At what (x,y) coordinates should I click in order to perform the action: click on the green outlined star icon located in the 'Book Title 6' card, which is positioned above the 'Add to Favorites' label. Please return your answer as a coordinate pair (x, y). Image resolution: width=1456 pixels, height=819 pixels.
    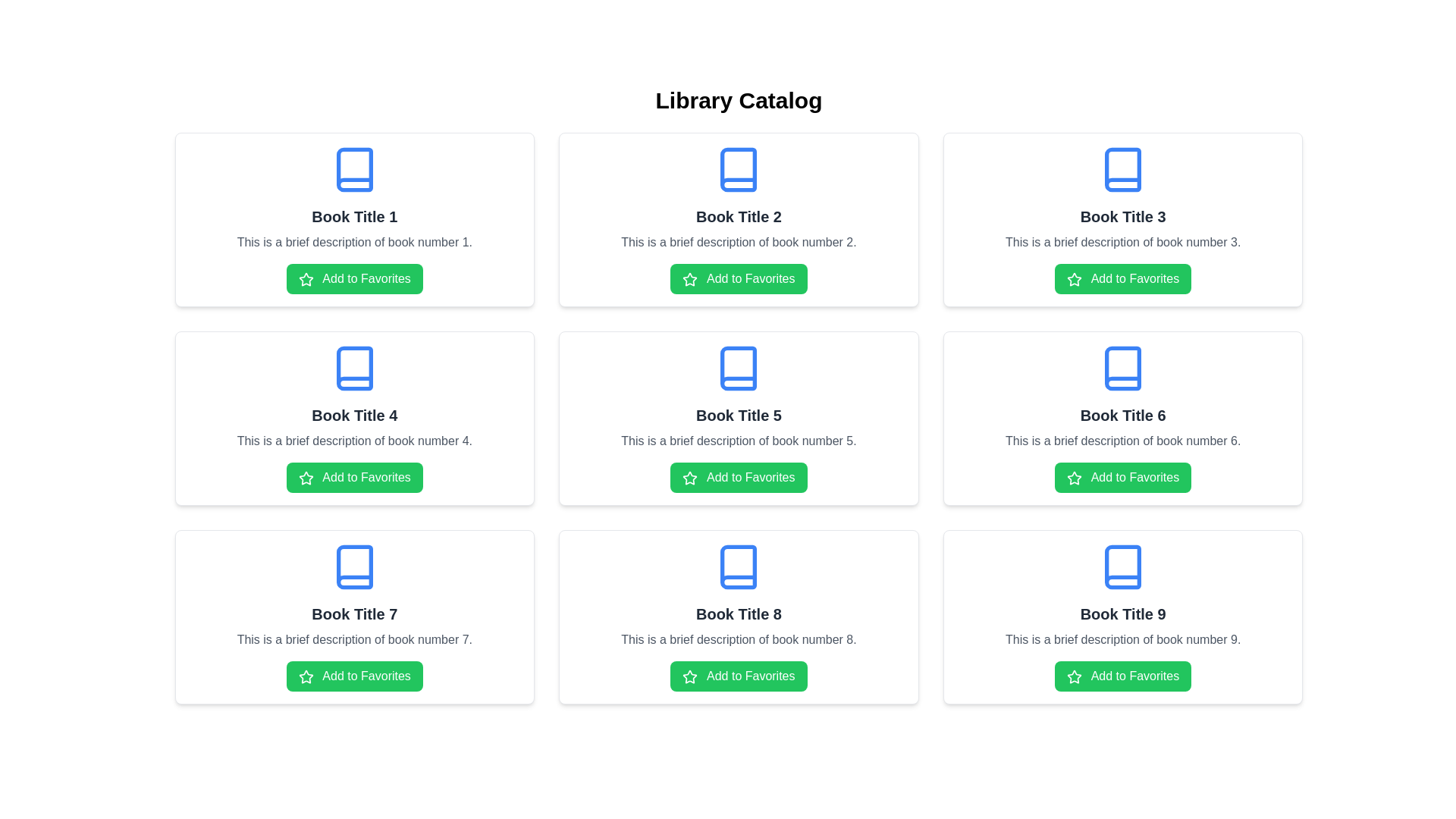
    Looking at the image, I should click on (1074, 478).